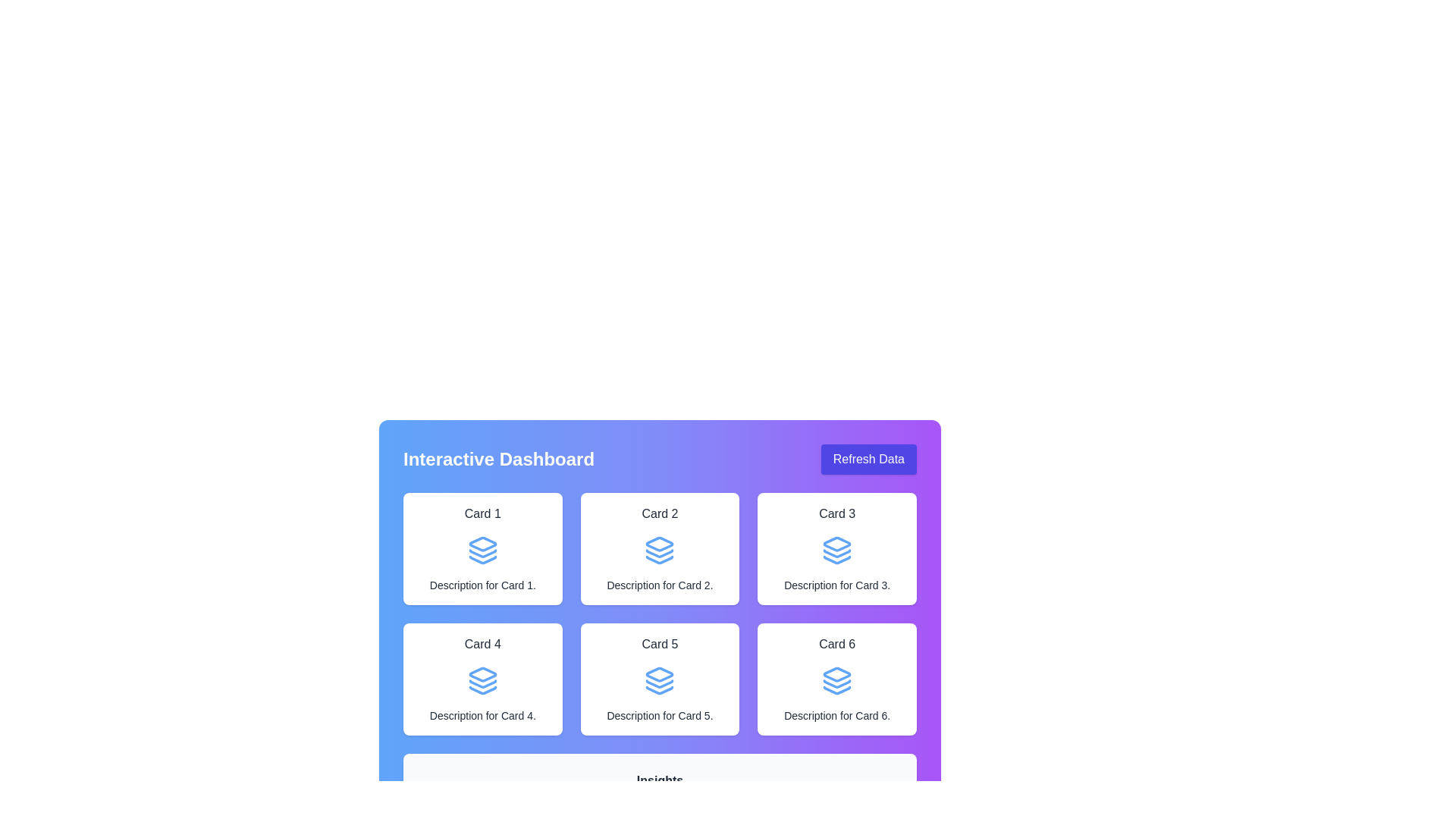 The image size is (1456, 819). Describe the element at coordinates (660, 690) in the screenshot. I see `the third layer of the icon representing a stack of layers within the SVG graphic on 'Card 5'` at that location.